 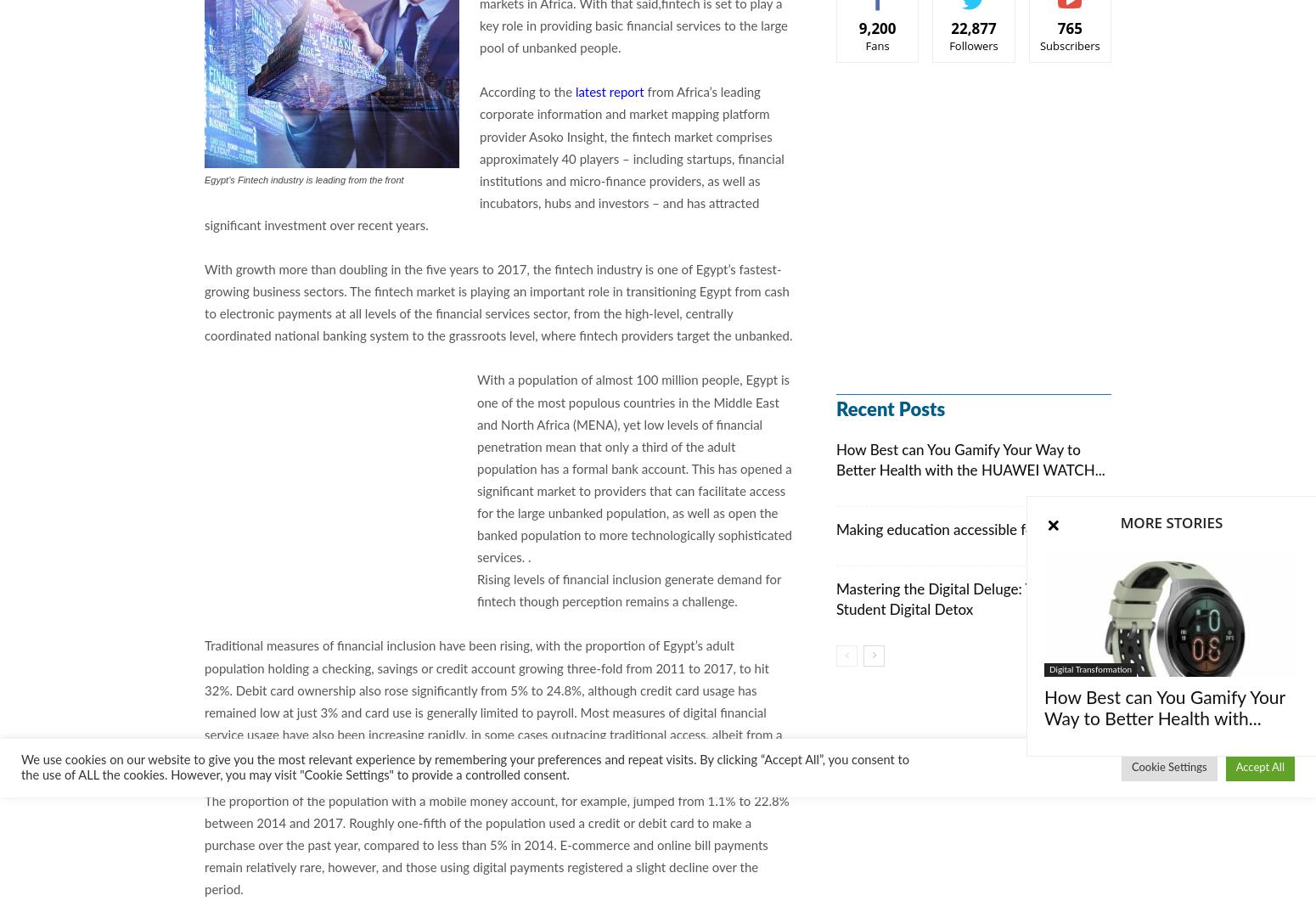 I want to click on 'Recent Posts', so click(x=891, y=409).